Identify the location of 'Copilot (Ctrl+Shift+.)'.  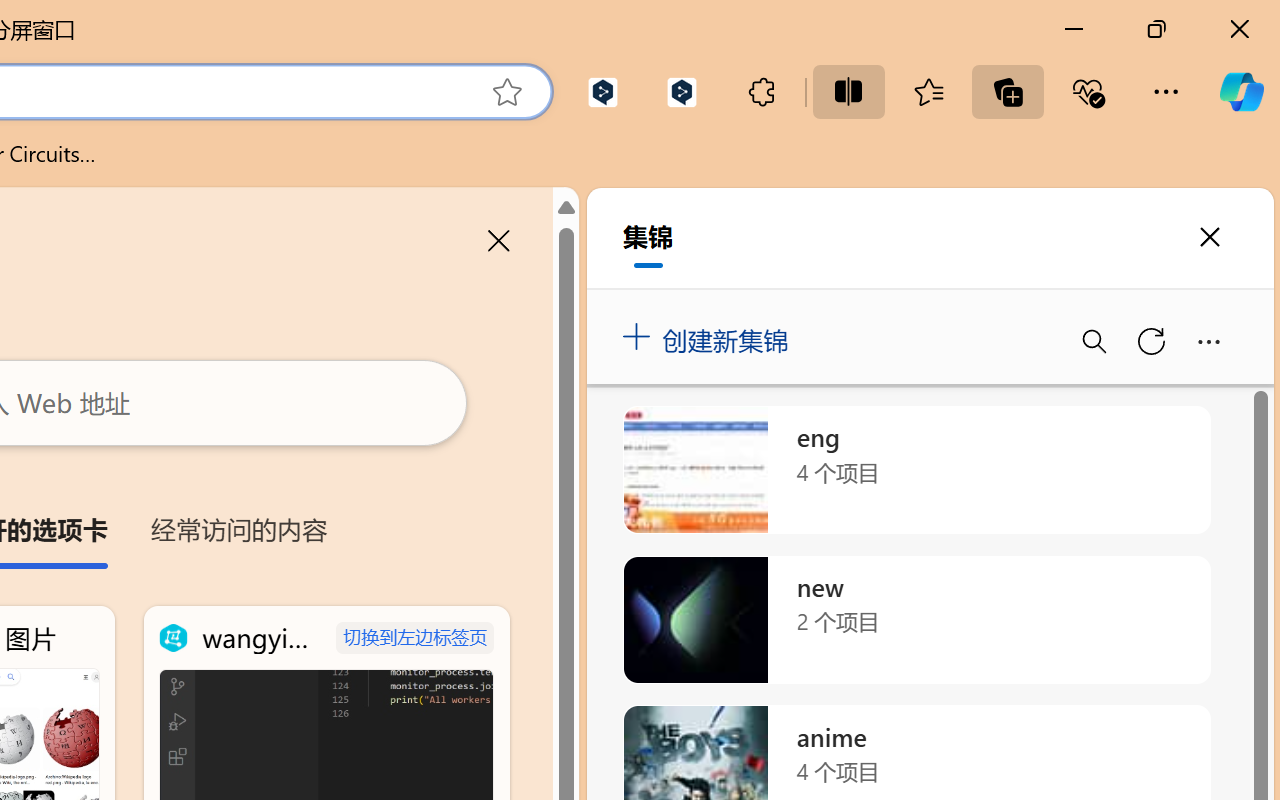
(1240, 91).